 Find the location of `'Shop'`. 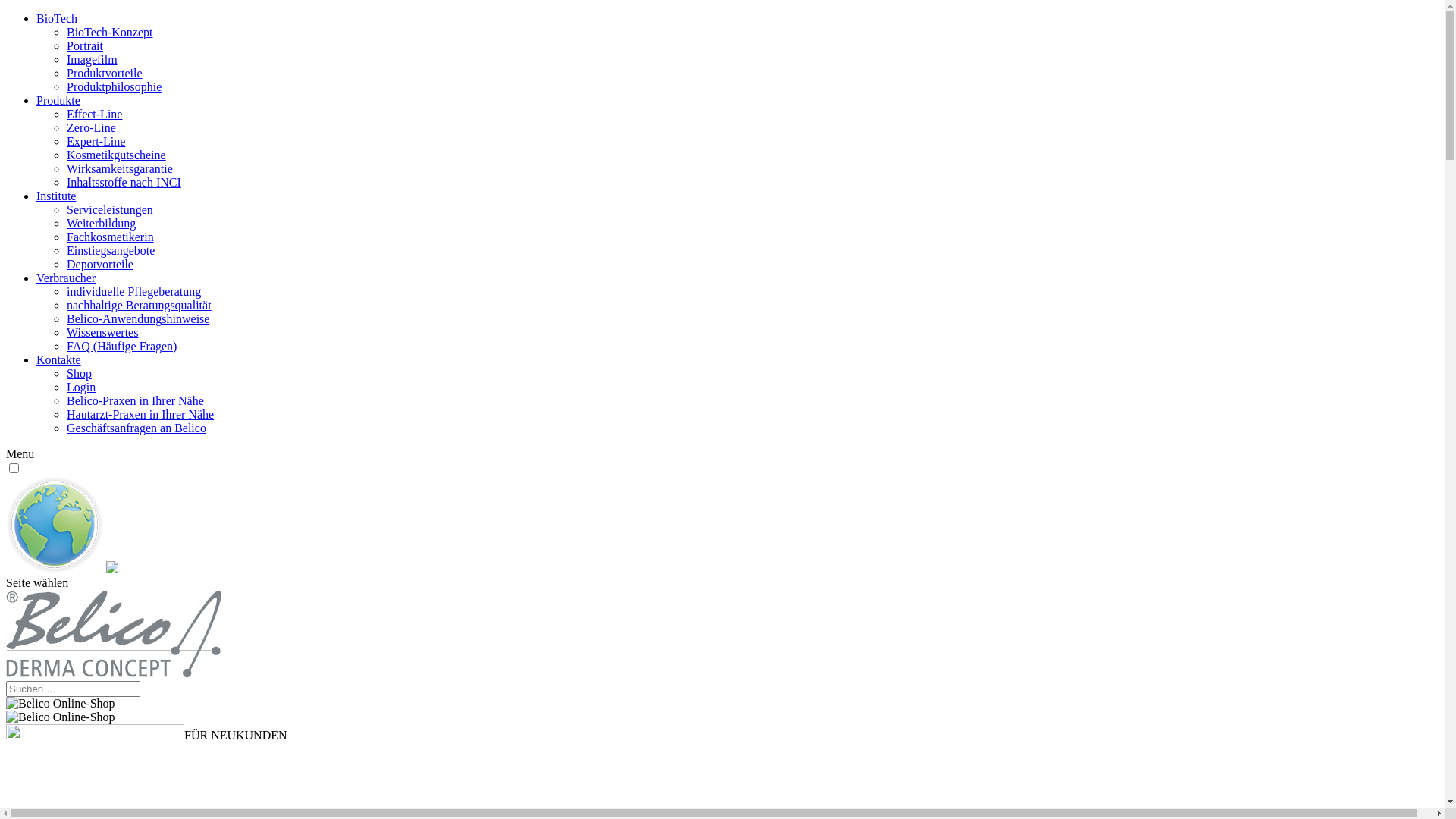

'Shop' is located at coordinates (65, 373).